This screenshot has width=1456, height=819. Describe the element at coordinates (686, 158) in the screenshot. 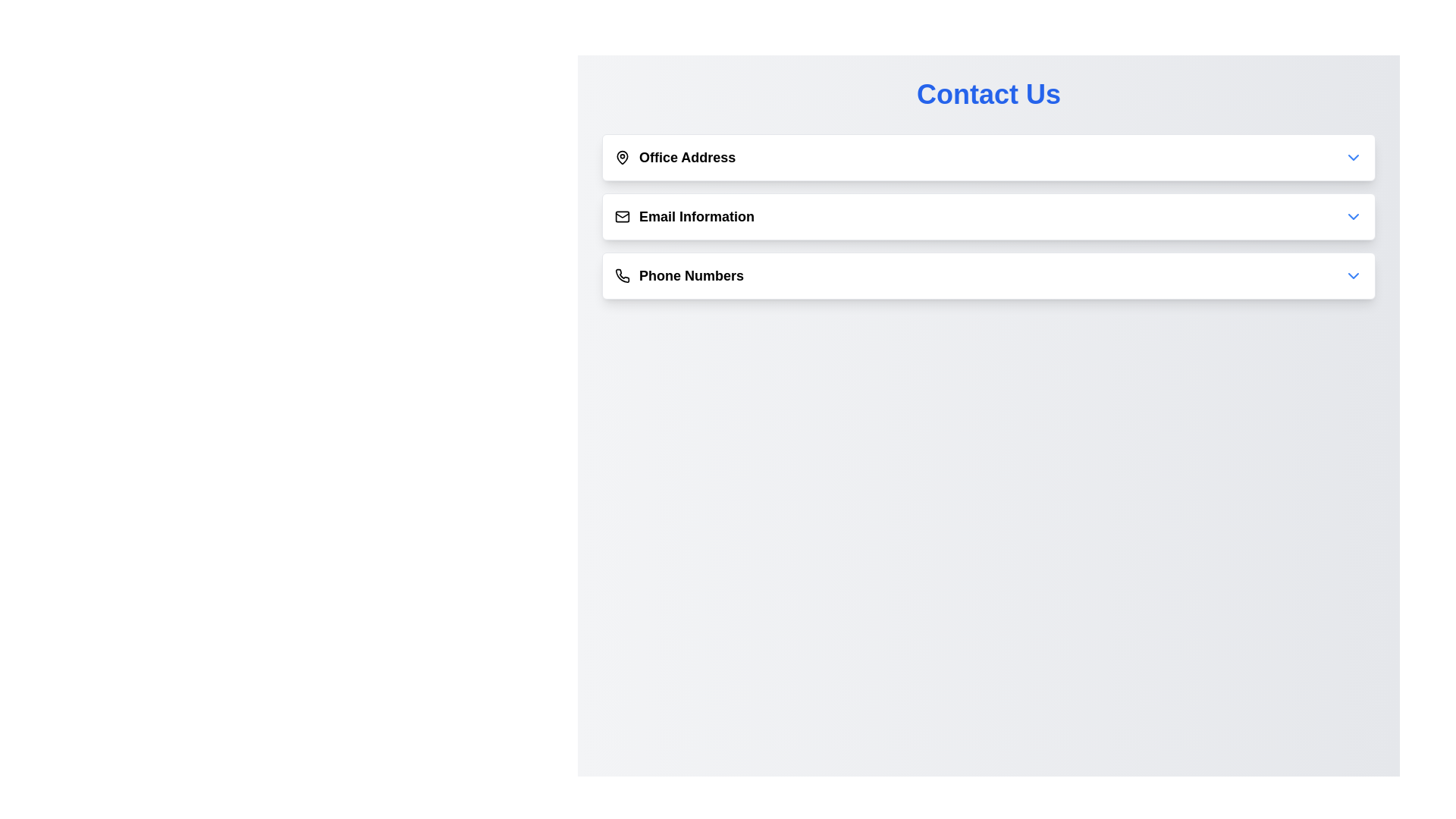

I see `'Office Address' label that serves as a heading for the office address section, positioned to the right of the map pin icon` at that location.